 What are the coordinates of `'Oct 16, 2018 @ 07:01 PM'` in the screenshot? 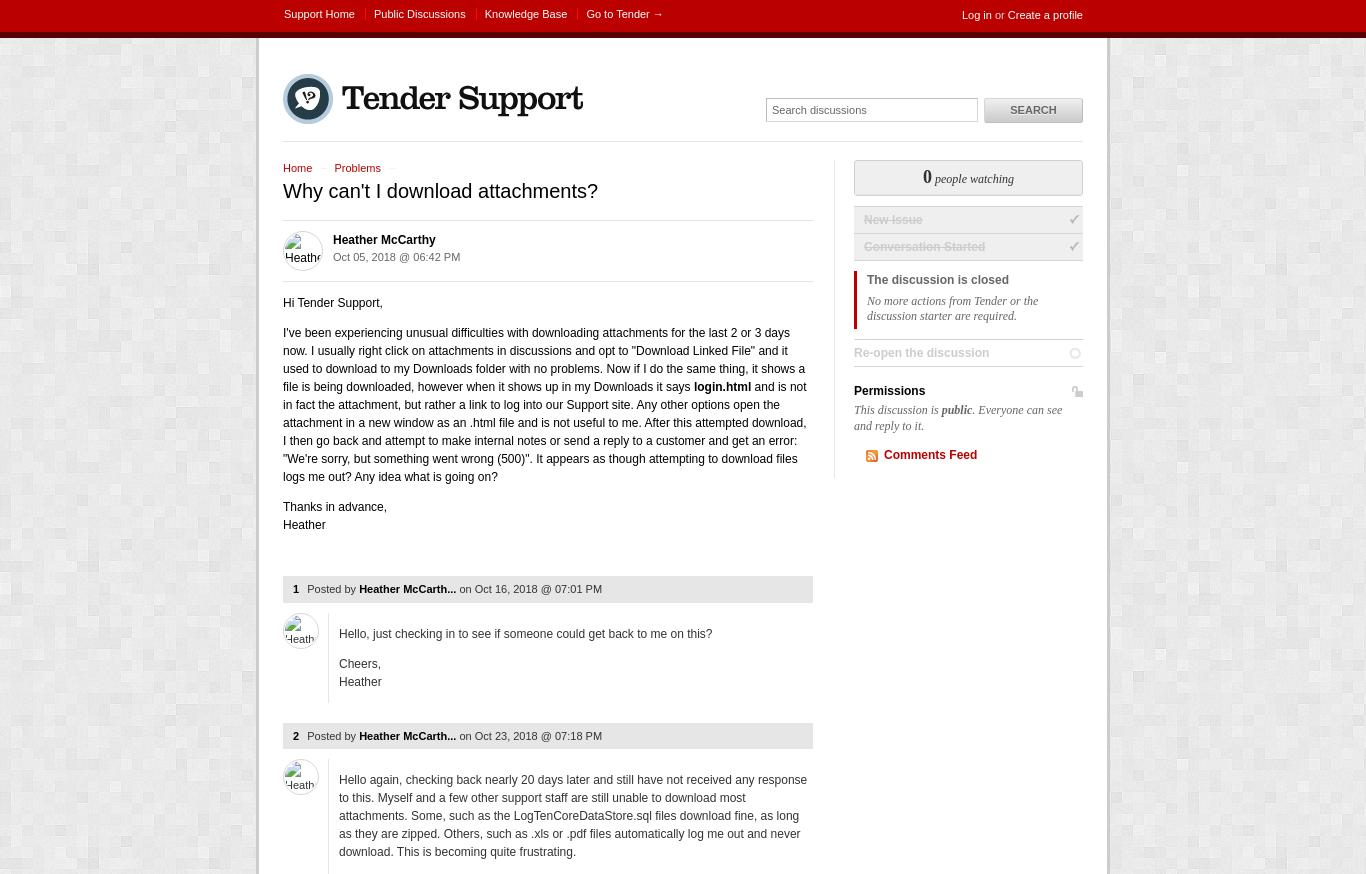 It's located at (538, 587).